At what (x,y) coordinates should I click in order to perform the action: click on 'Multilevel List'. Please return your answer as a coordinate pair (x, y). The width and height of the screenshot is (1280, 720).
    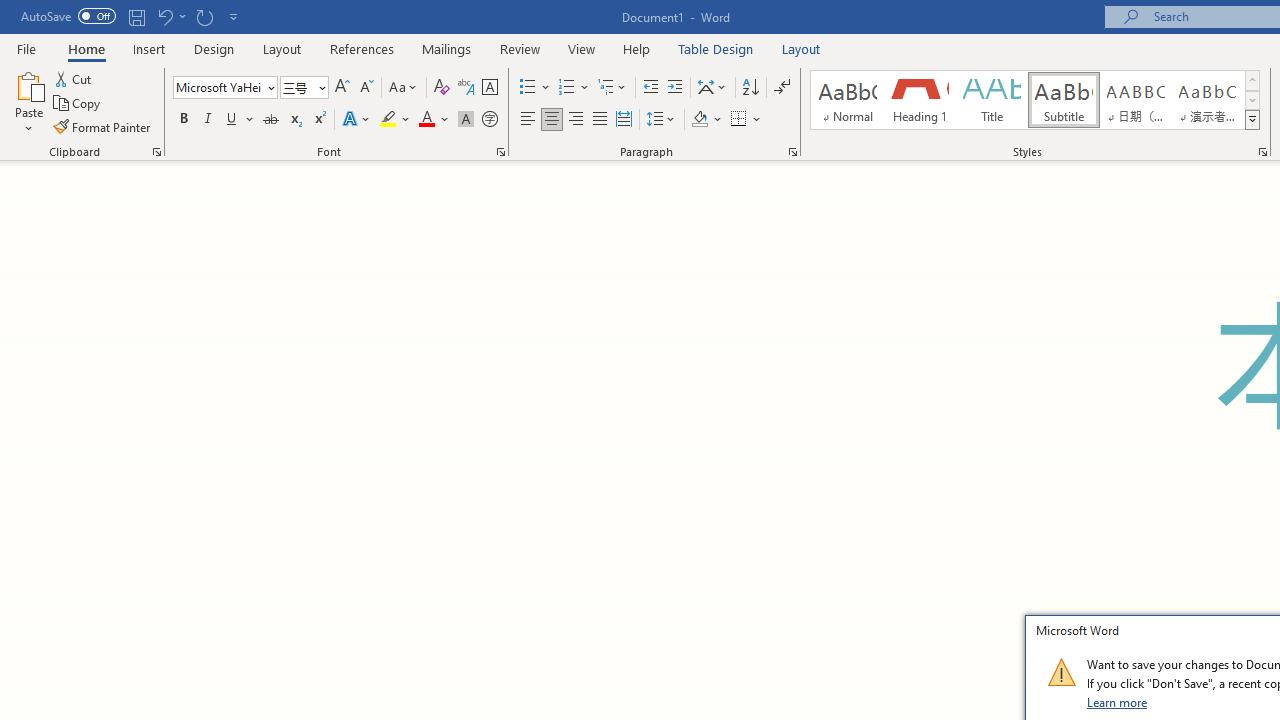
    Looking at the image, I should click on (612, 86).